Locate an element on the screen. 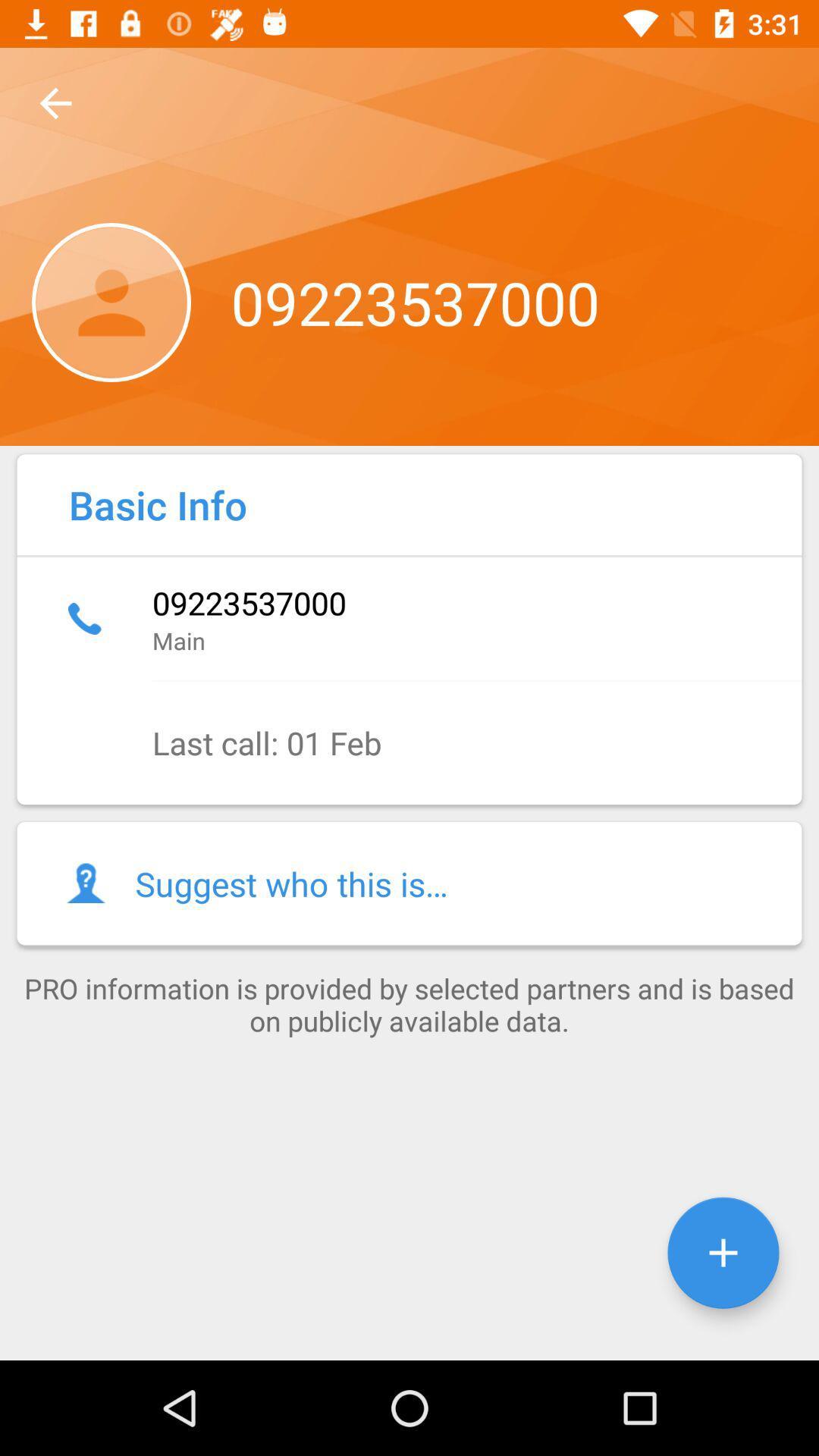 The height and width of the screenshot is (1456, 819). the last call 01 is located at coordinates (409, 742).